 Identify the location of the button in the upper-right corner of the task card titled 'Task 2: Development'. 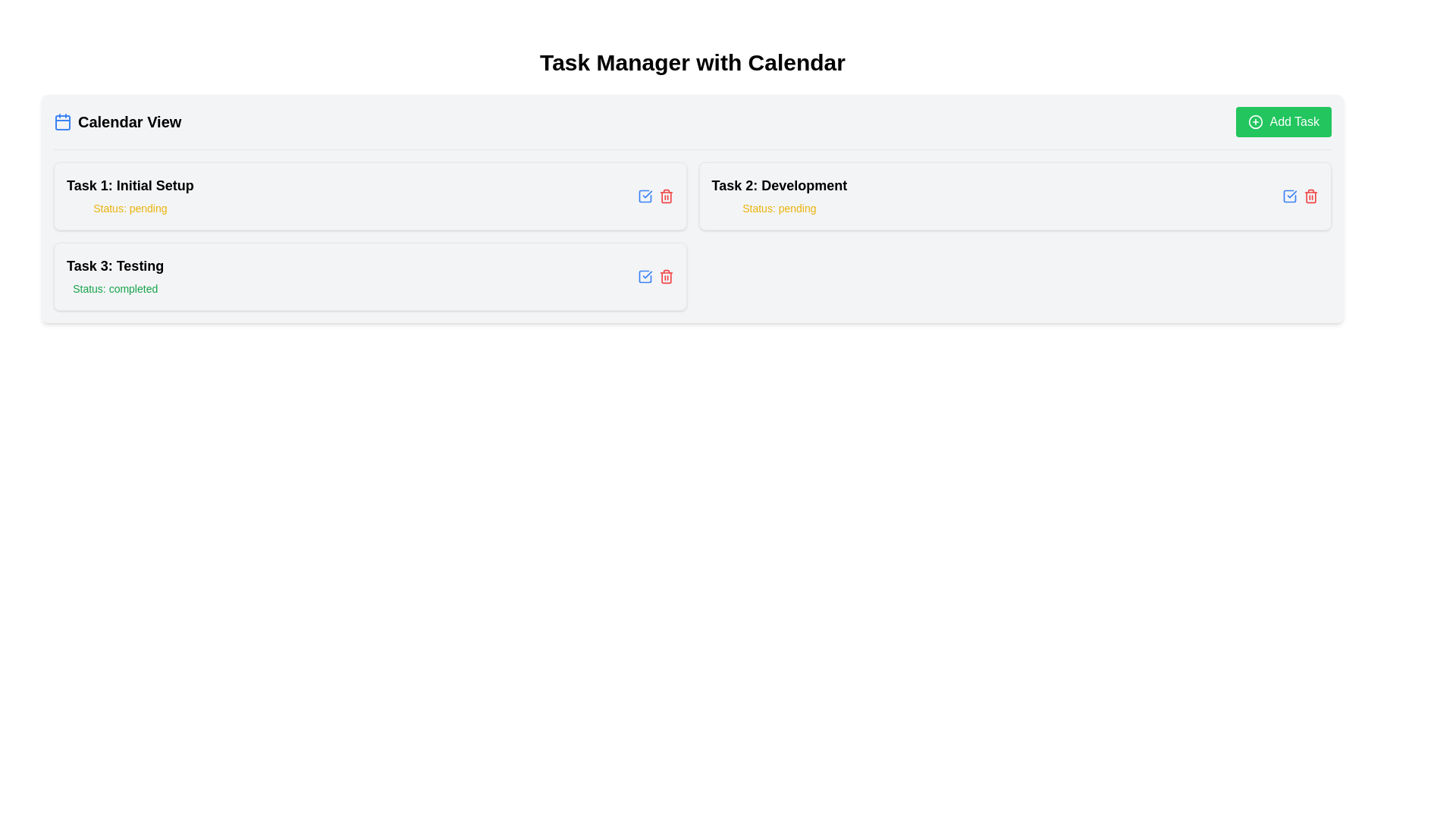
(645, 195).